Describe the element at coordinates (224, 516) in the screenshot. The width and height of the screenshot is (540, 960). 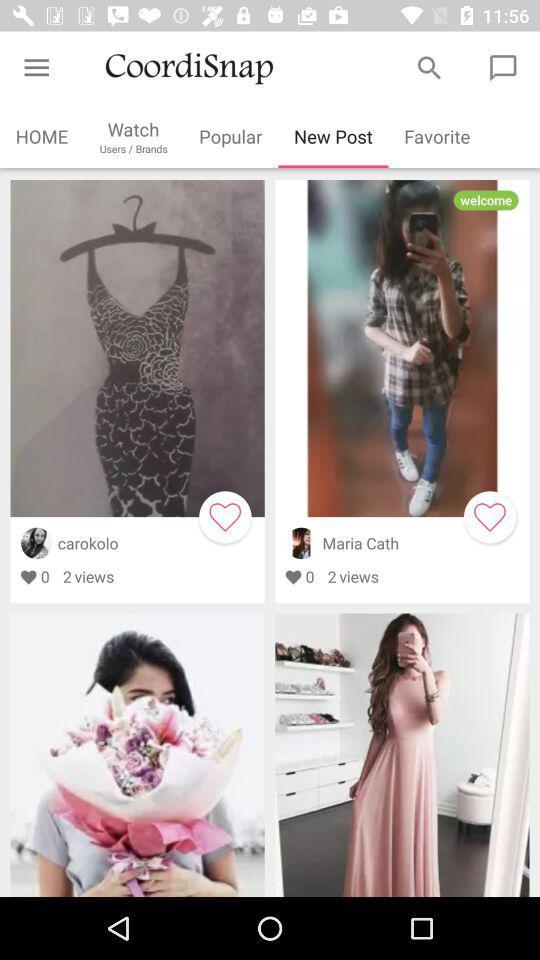
I see `orange box flashing on heart sign` at that location.